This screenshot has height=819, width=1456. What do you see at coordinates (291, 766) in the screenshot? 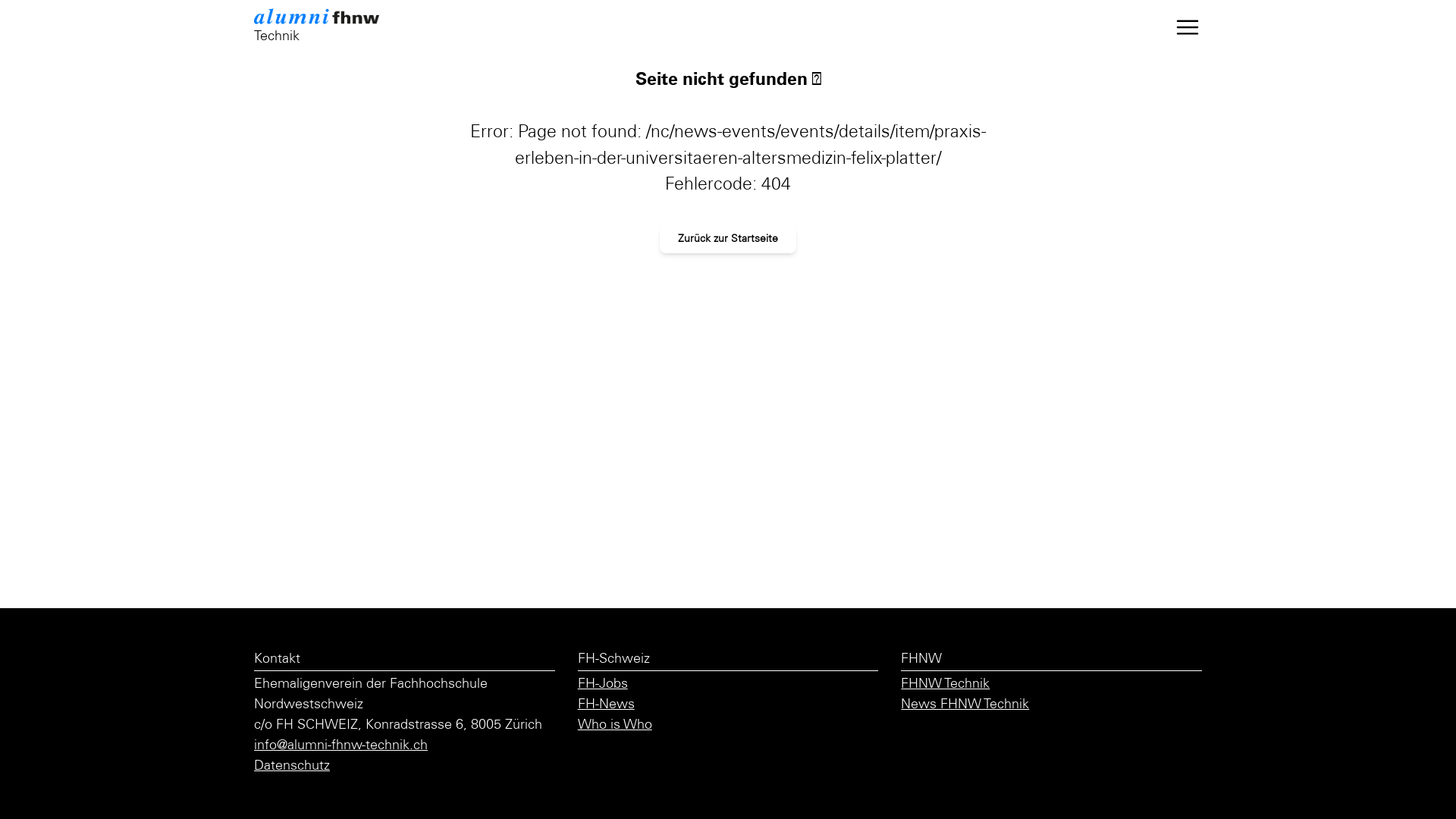
I see `'Datenschutz'` at bounding box center [291, 766].